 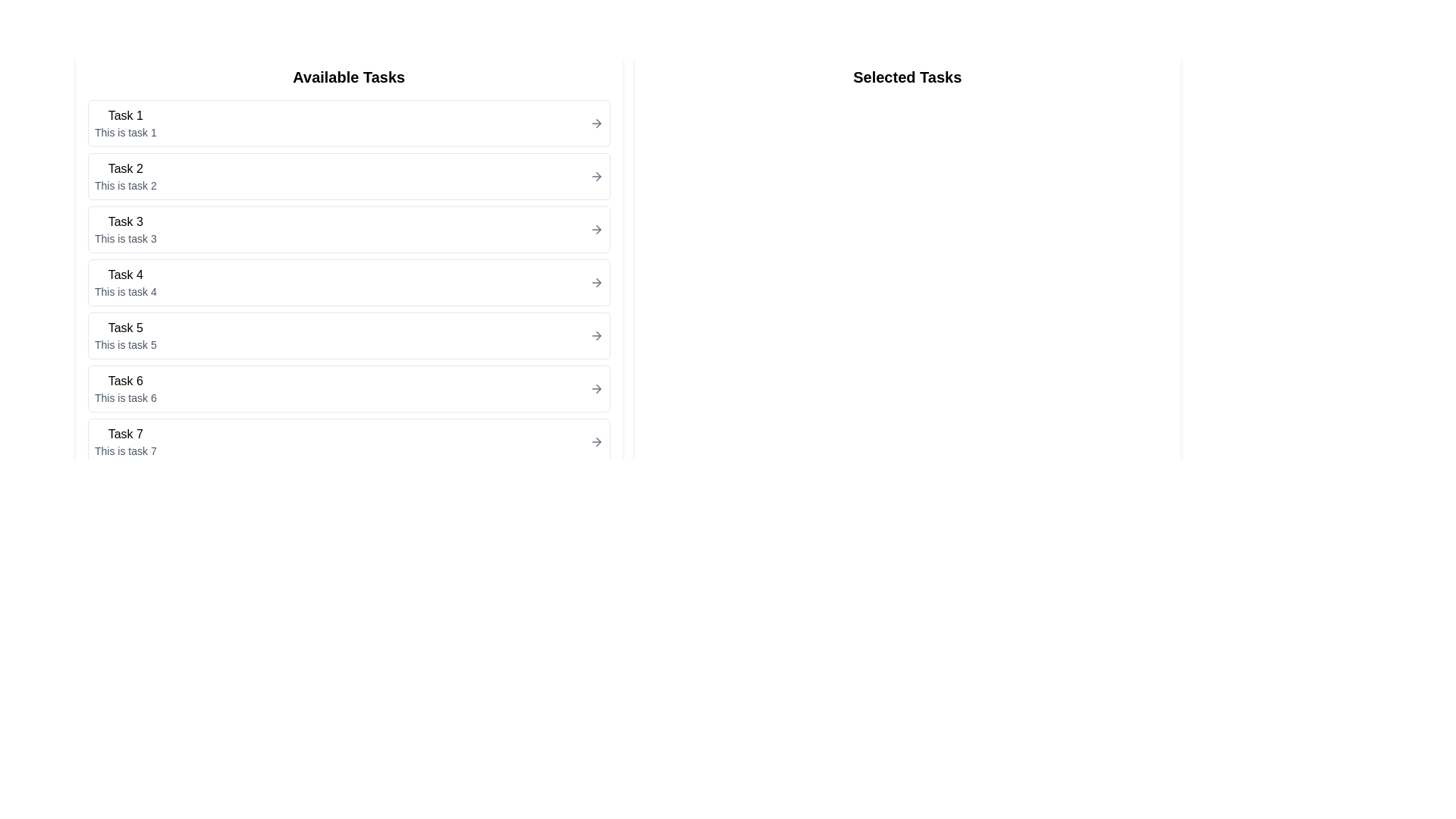 What do you see at coordinates (598, 122) in the screenshot?
I see `the rightward-facing arrow glyph within the 'Task 1' list item in the 'Available Tasks' section to indicate navigation to another interface` at bounding box center [598, 122].